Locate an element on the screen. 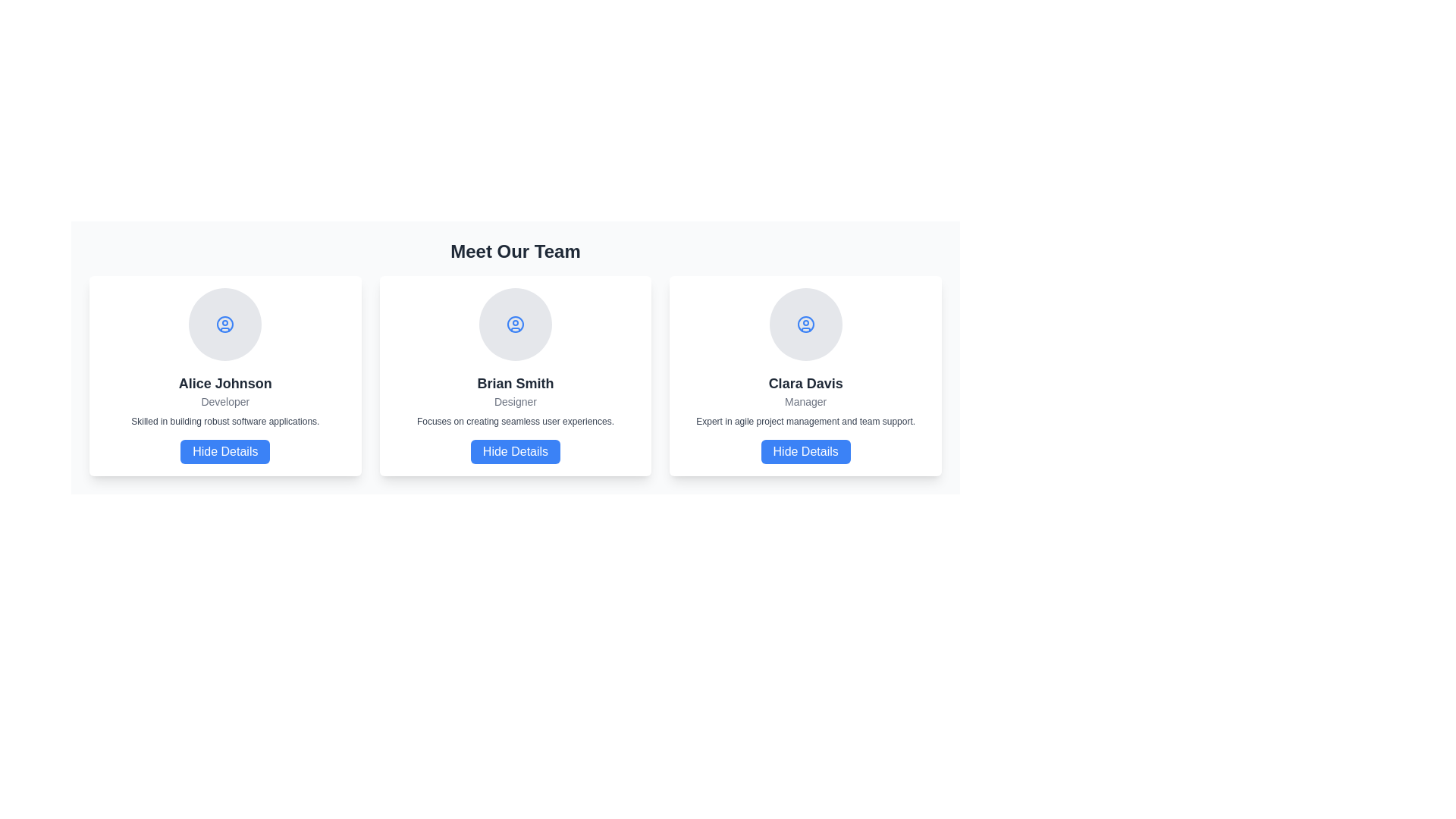 The height and width of the screenshot is (819, 1456). the circular avatar icon with a light gray background and a blue outline representing 'Clara Davis' in the 'Meet Our Team' layout is located at coordinates (805, 324).